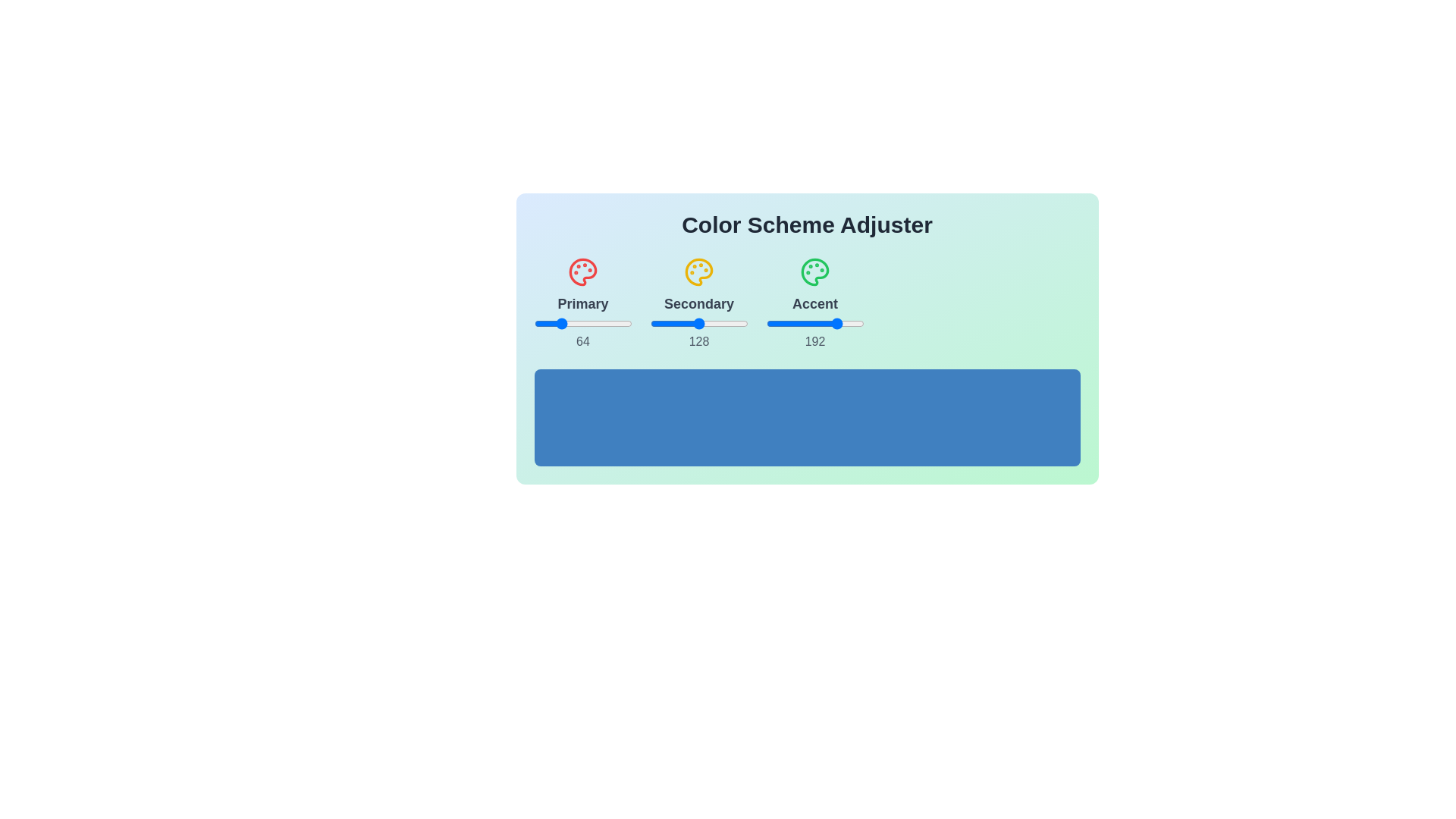 This screenshot has width=1456, height=819. I want to click on the 0 slider to 93, so click(619, 323).